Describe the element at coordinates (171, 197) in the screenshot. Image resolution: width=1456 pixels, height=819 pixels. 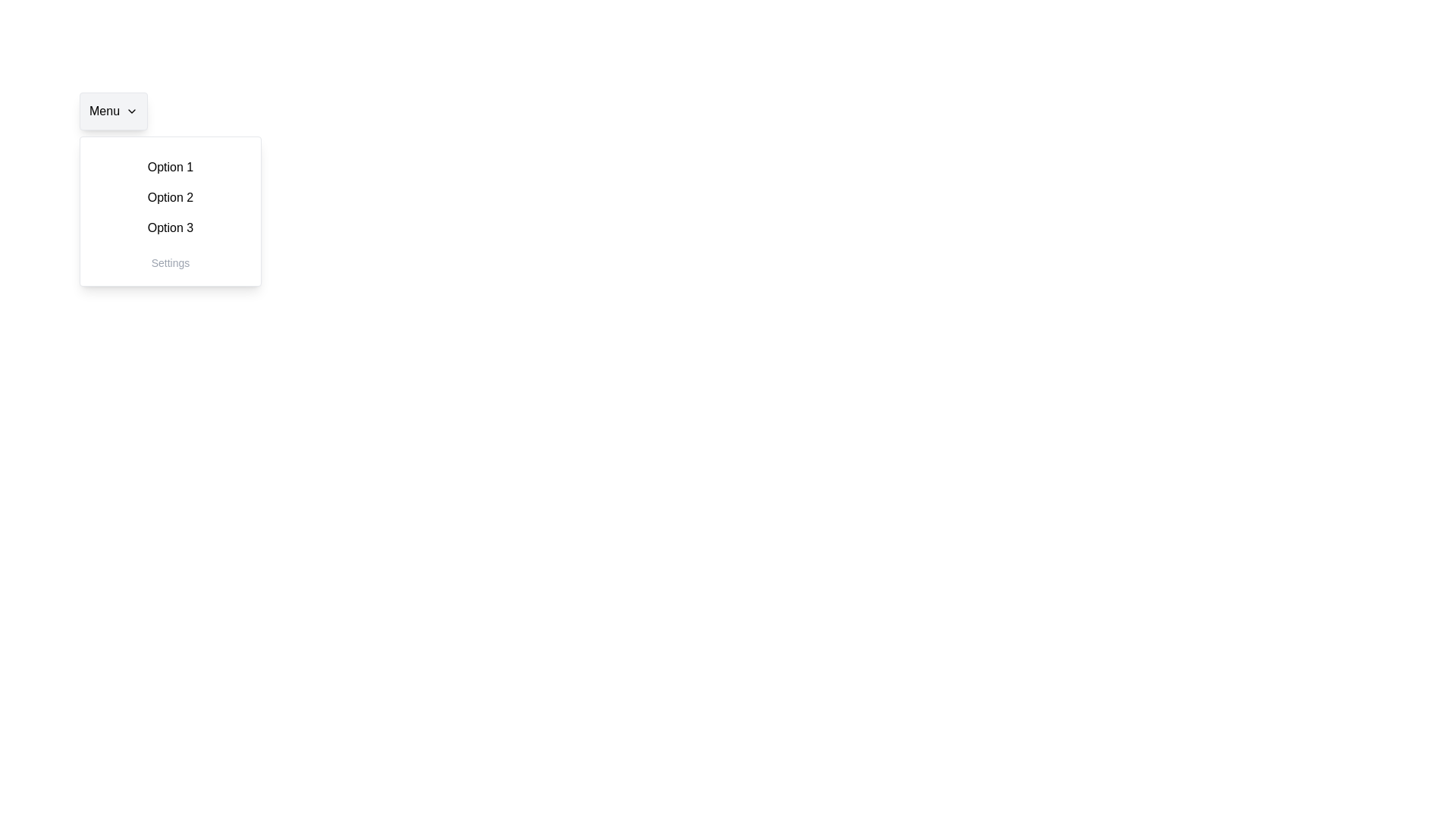
I see `one of the options in the List of text items located in the dropdown menu under the 'Menu' button` at that location.